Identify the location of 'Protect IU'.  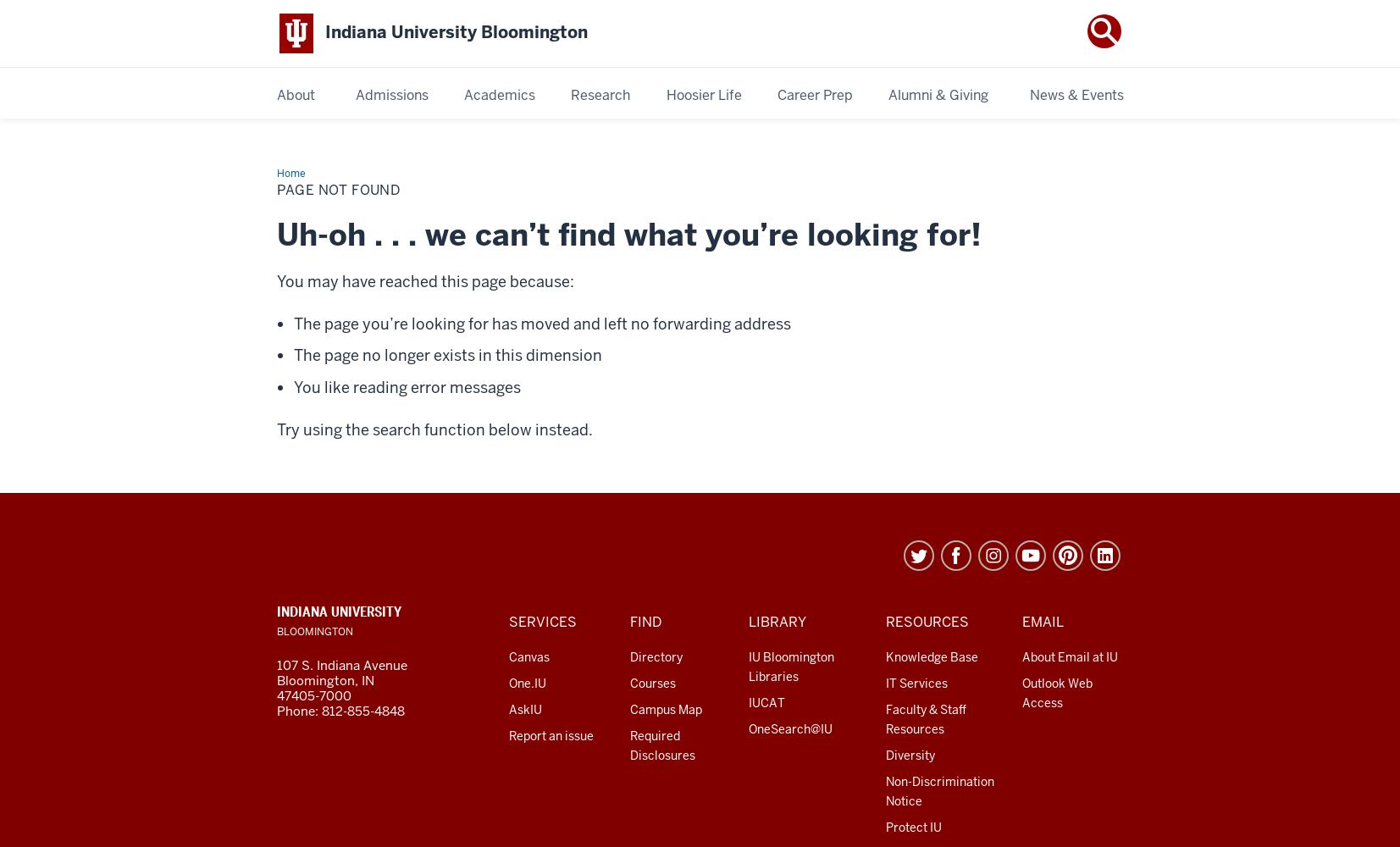
(912, 827).